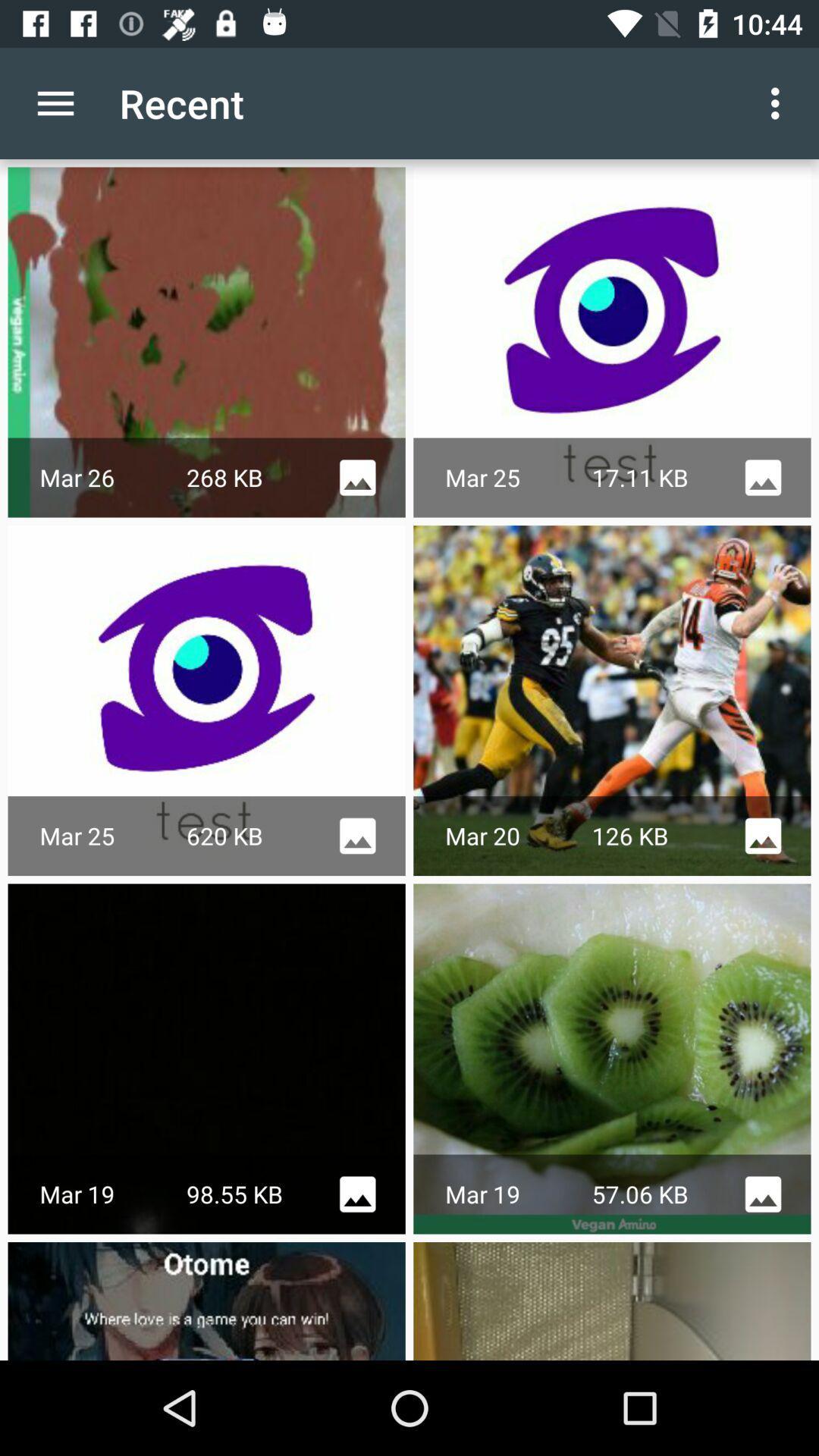 The width and height of the screenshot is (819, 1456). What do you see at coordinates (611, 1300) in the screenshot?
I see `first right image from bottom` at bounding box center [611, 1300].